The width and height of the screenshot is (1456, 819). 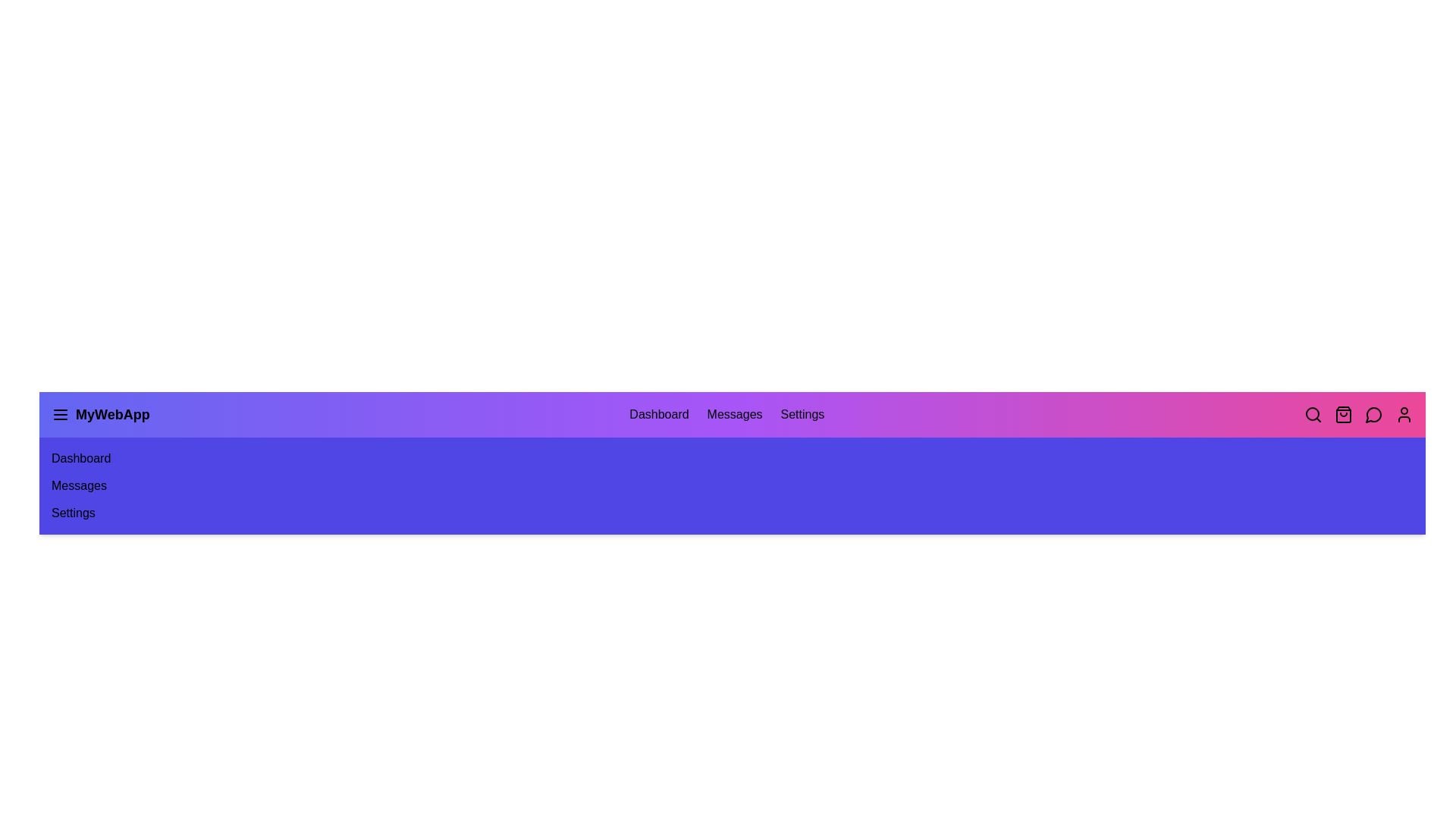 I want to click on the navigation item Messages from the app bar, so click(x=735, y=415).